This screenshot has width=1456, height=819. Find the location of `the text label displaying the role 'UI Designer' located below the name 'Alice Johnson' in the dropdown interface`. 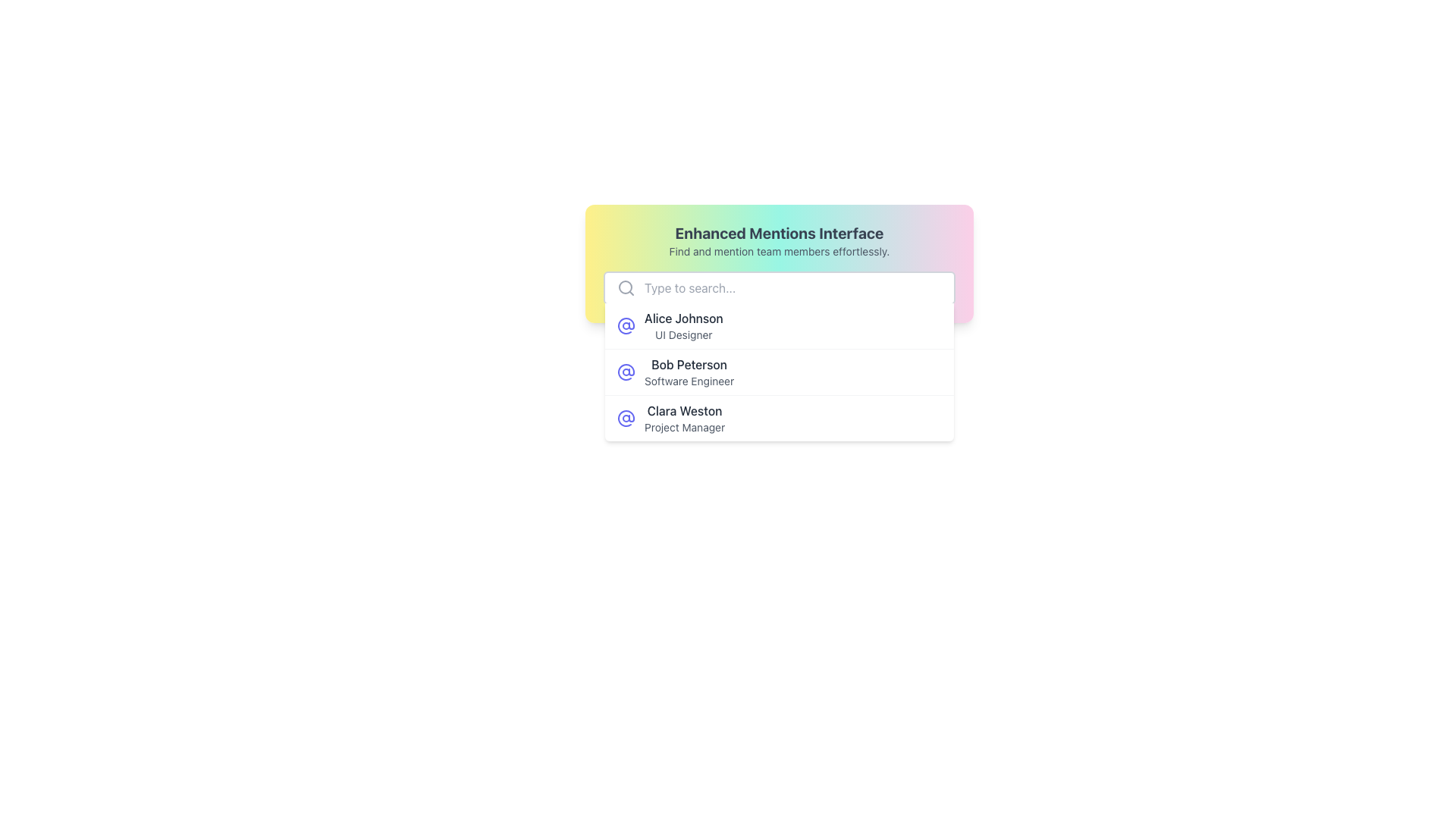

the text label displaying the role 'UI Designer' located below the name 'Alice Johnson' in the dropdown interface is located at coordinates (682, 334).